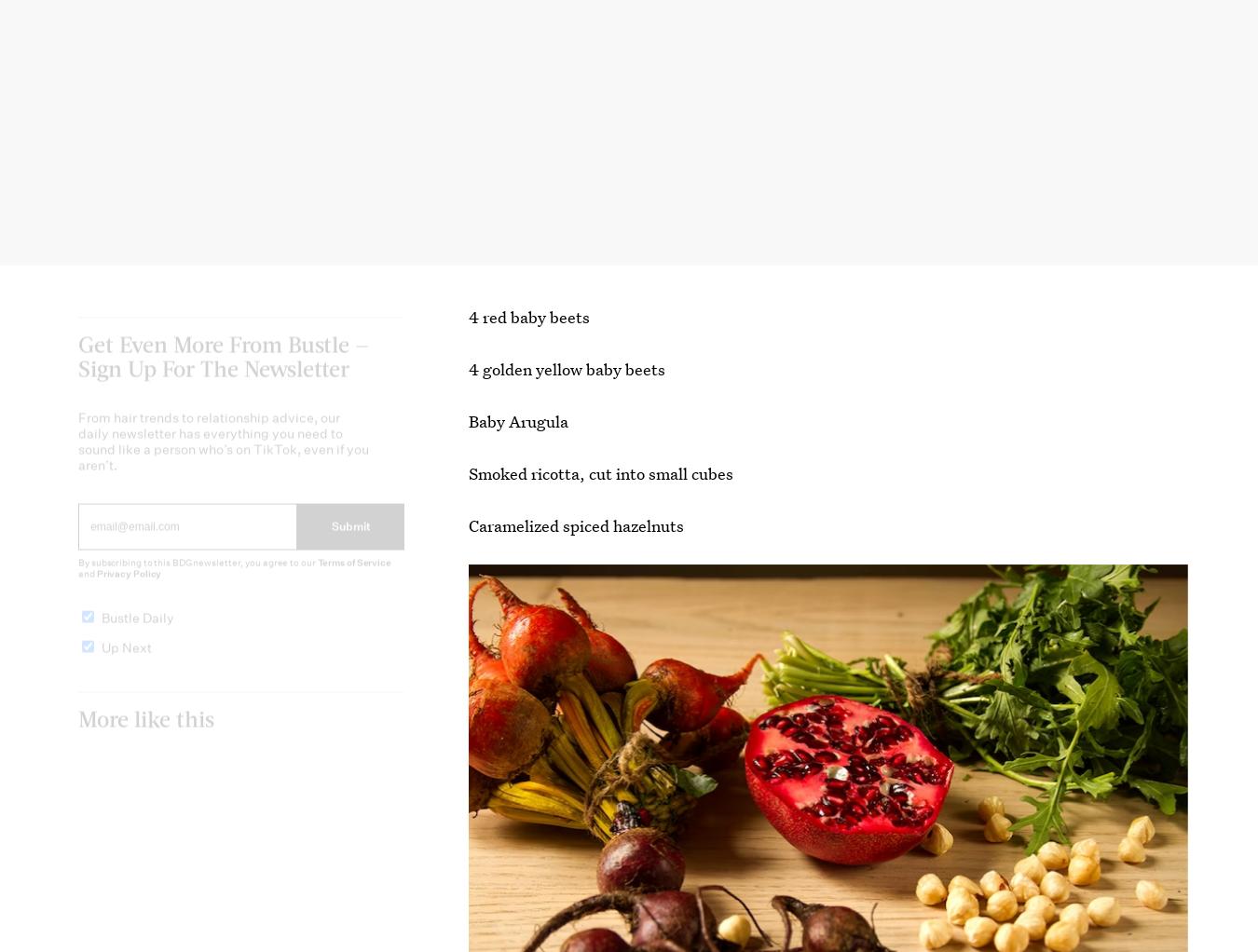 Image resolution: width=1258 pixels, height=952 pixels. What do you see at coordinates (223, 456) in the screenshot?
I see `'From hair trends to relationship advice, our daily newsletter has everything you need to sound like a person who’s on TikTok, even if you aren’t.'` at bounding box center [223, 456].